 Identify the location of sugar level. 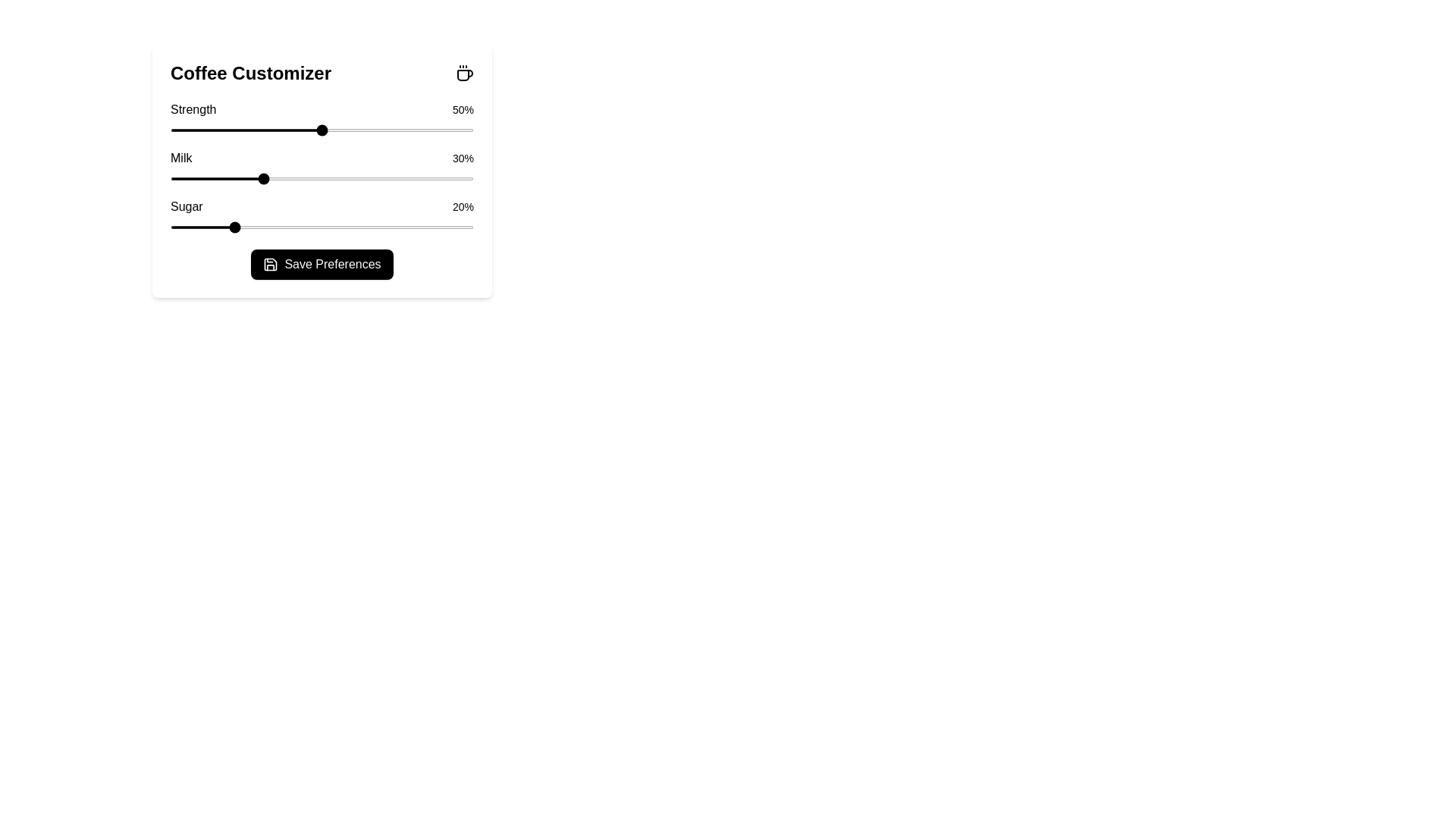
(422, 227).